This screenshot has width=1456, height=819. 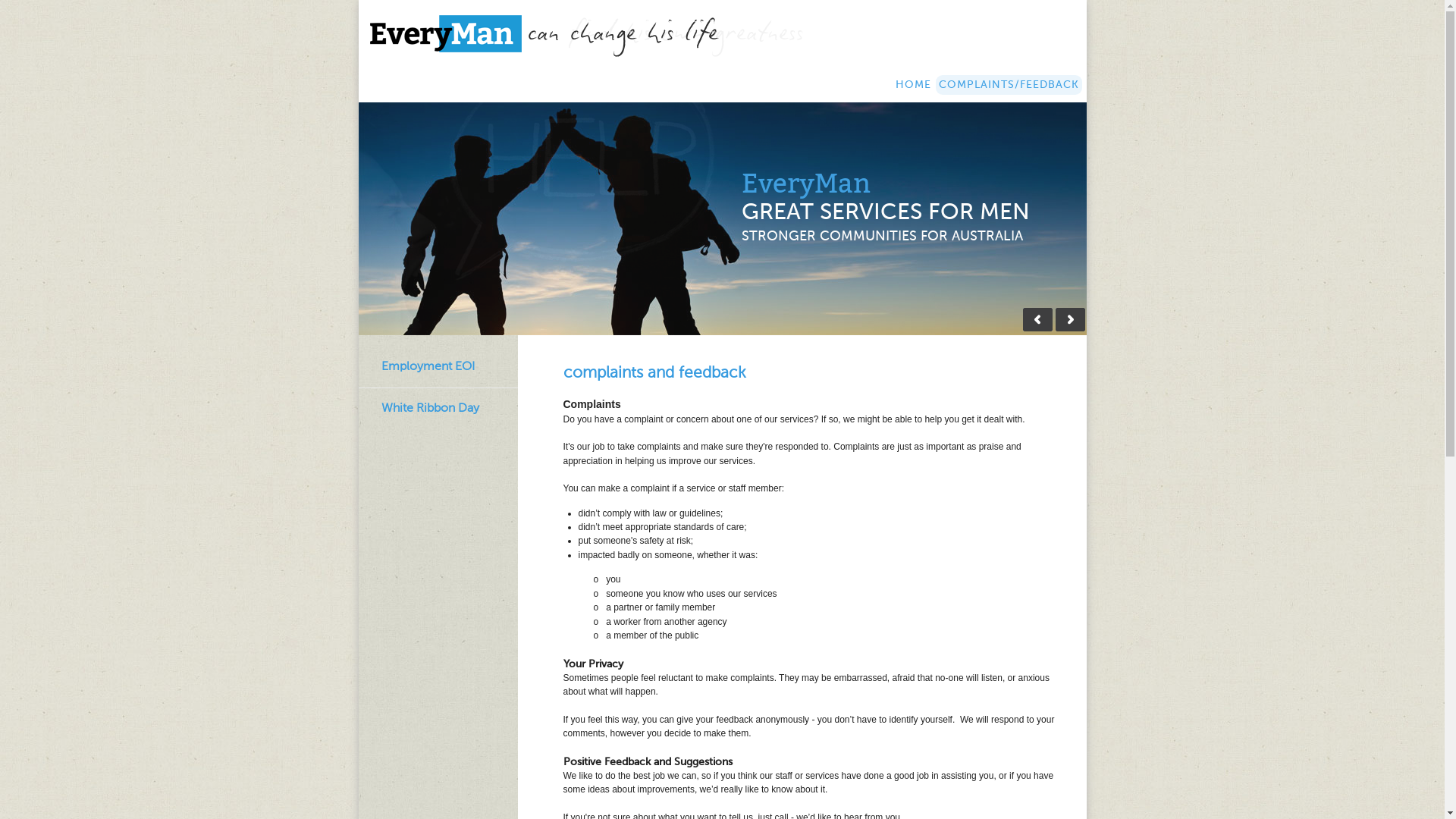 What do you see at coordinates (1009, 84) in the screenshot?
I see `'COMPLAINTS/FEEDBACK'` at bounding box center [1009, 84].